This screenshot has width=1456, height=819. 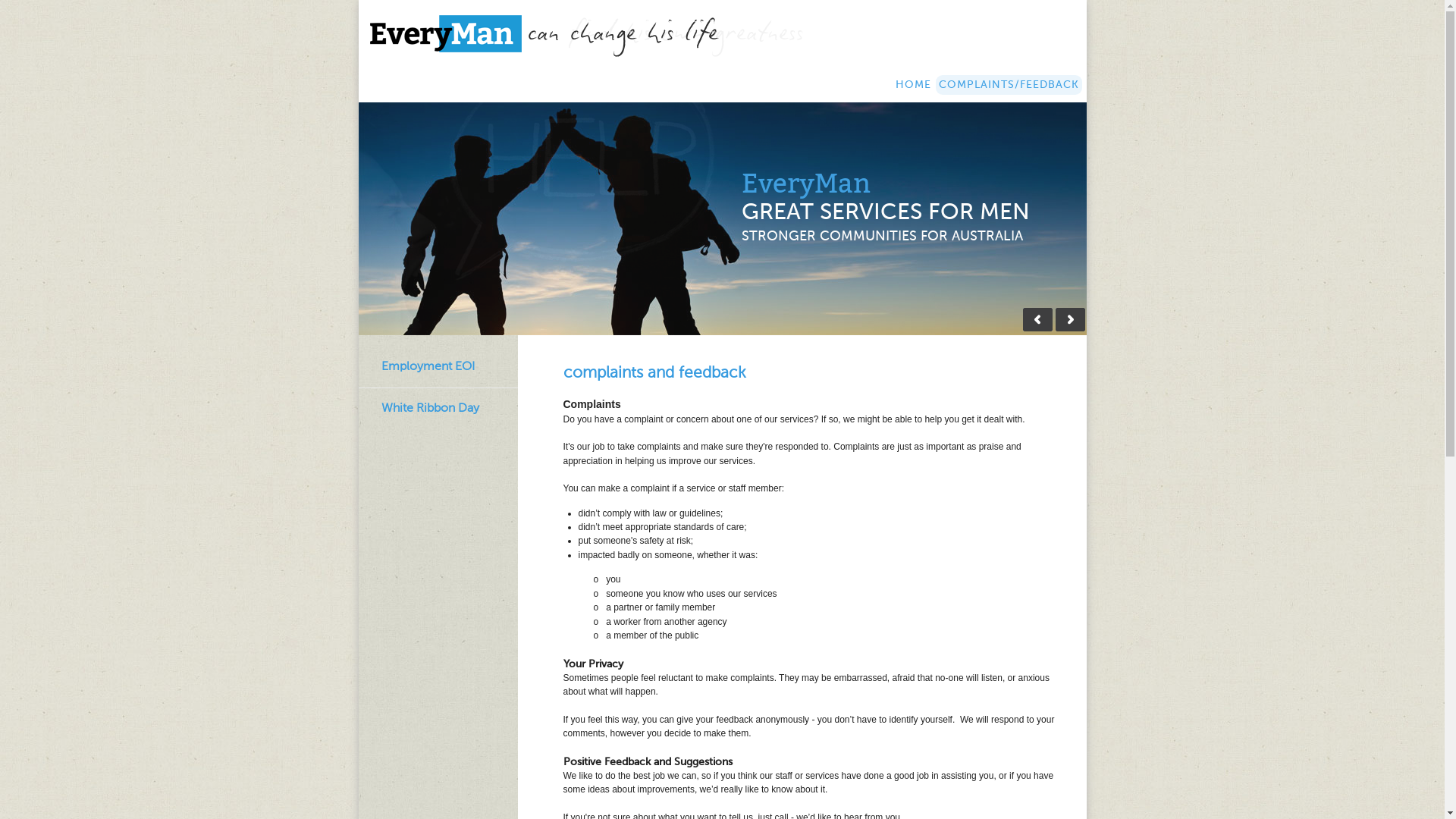 What do you see at coordinates (1009, 84) in the screenshot?
I see `'COMPLAINTS/FEEDBACK'` at bounding box center [1009, 84].